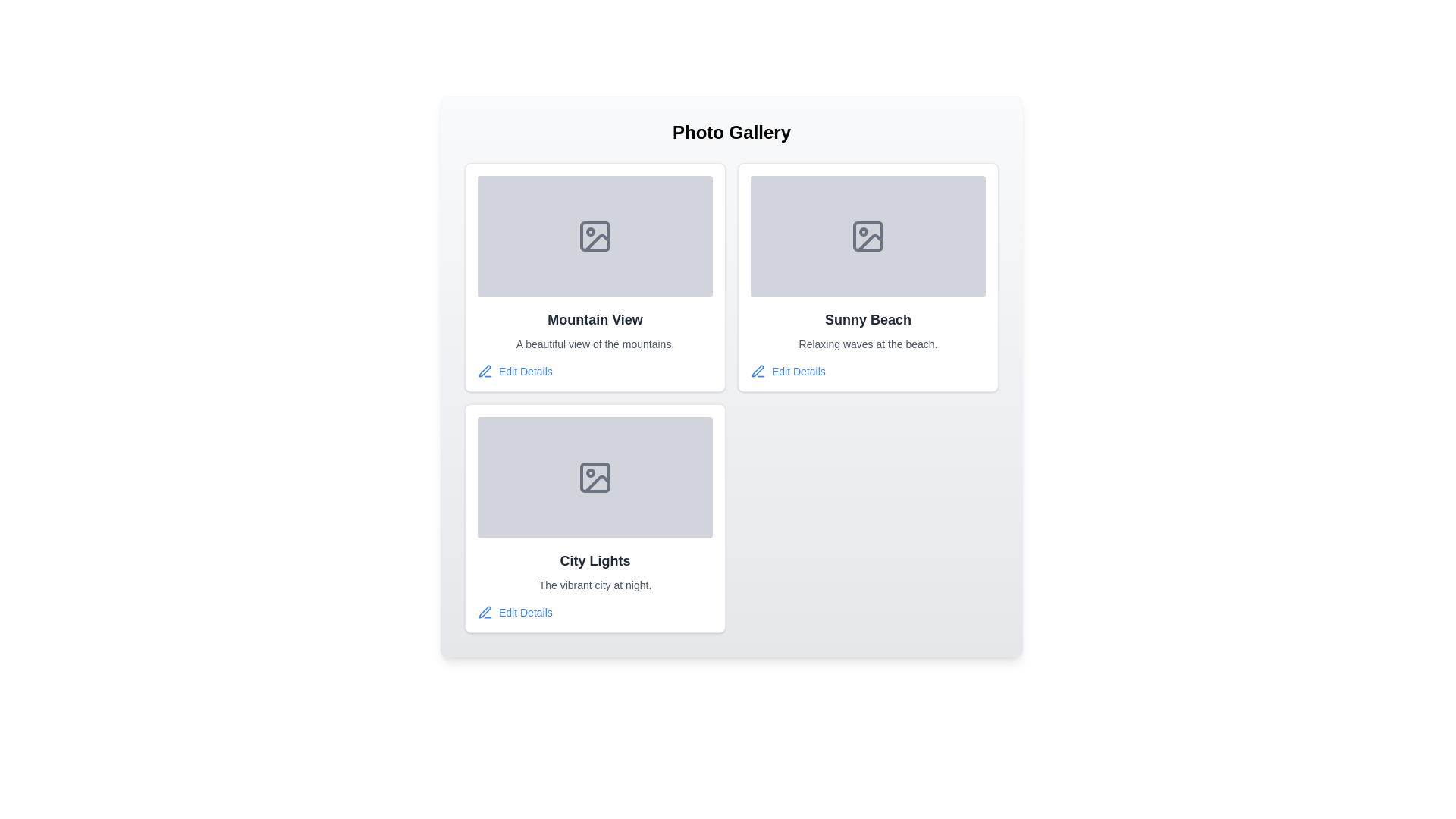 This screenshot has height=819, width=1456. What do you see at coordinates (515, 371) in the screenshot?
I see `the 'Edit Details' button for the item titled Mountain View` at bounding box center [515, 371].